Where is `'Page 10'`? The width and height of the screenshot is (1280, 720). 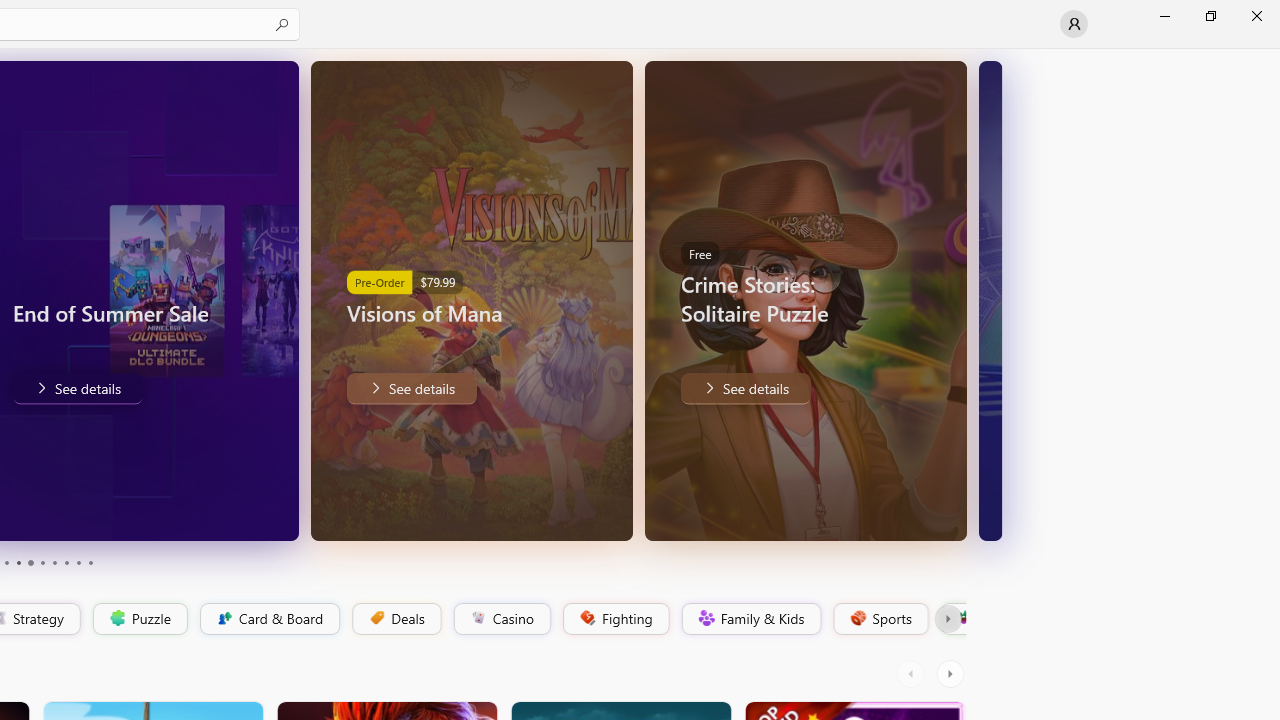 'Page 10' is located at coordinates (89, 563).